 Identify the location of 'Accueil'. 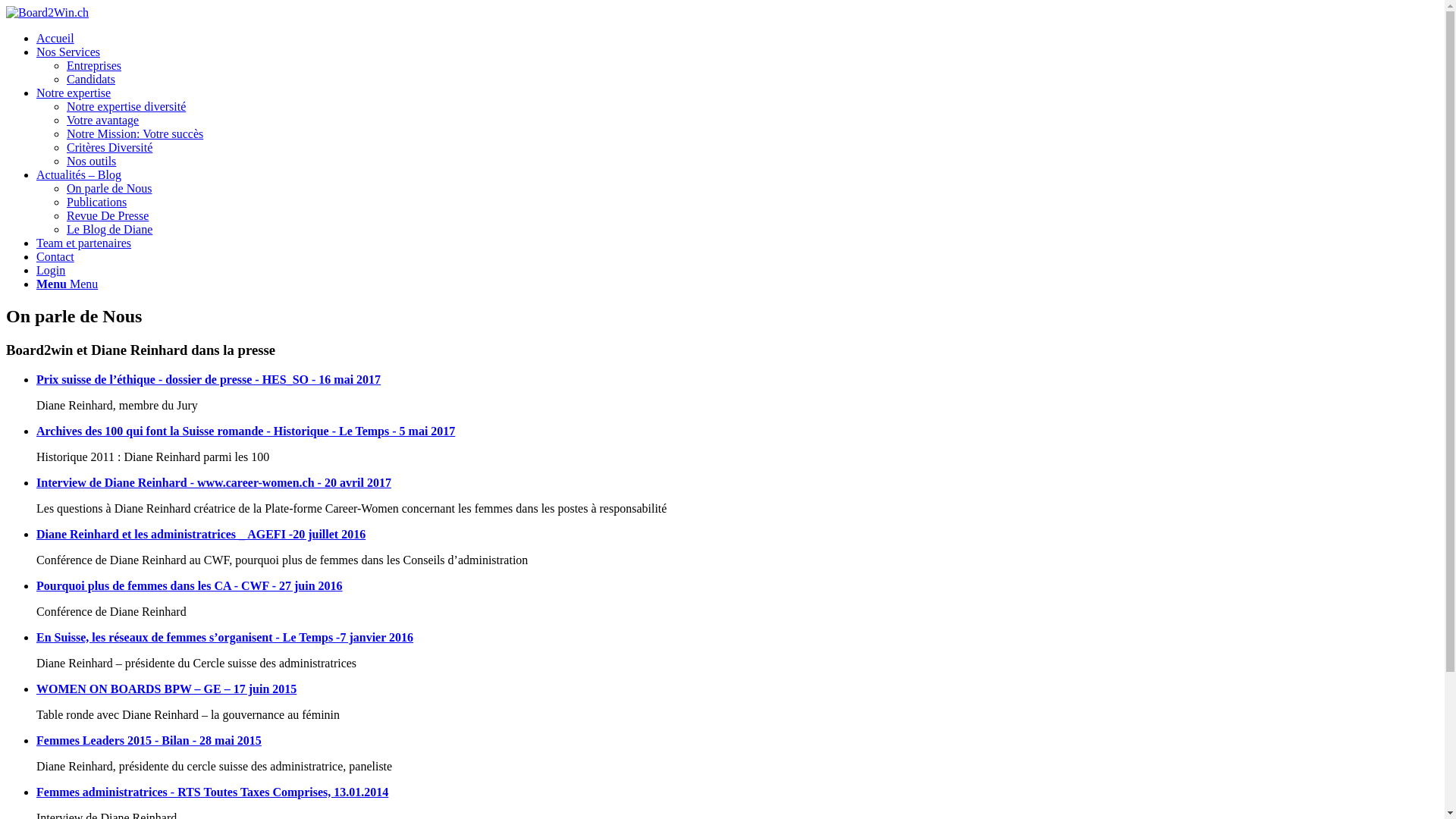
(55, 37).